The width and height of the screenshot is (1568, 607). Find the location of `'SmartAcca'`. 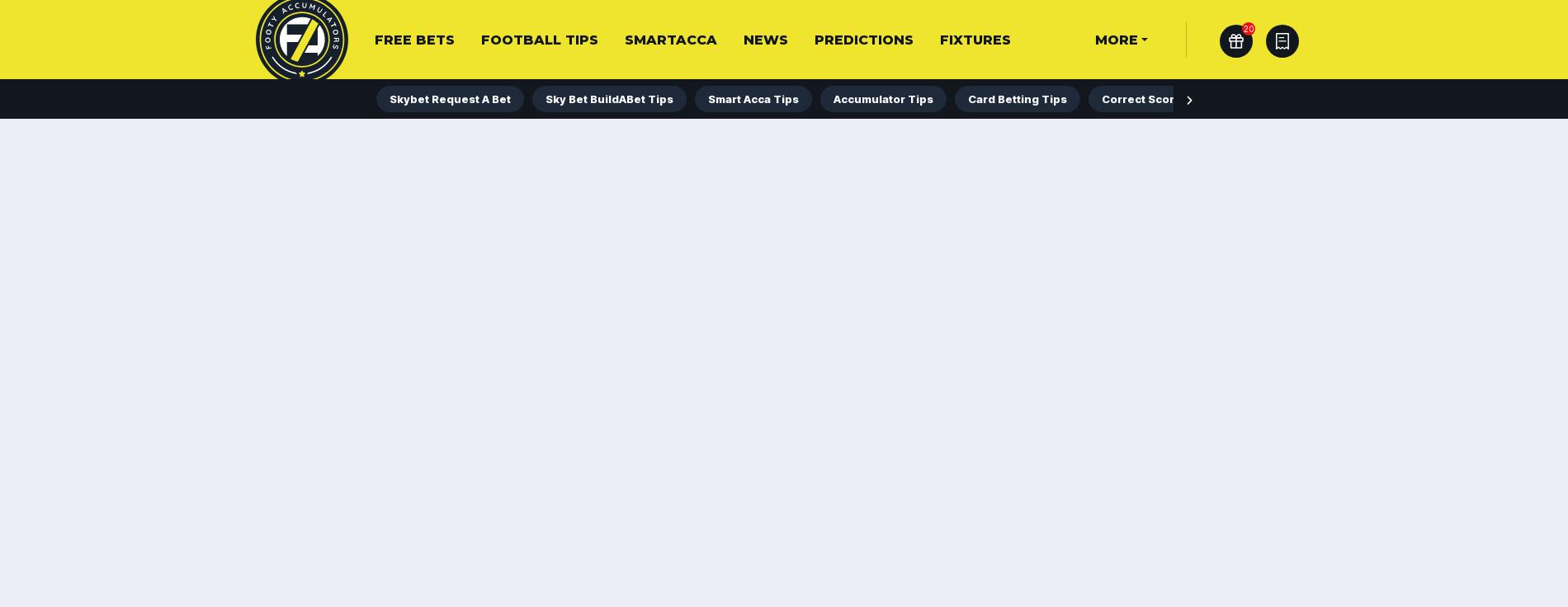

'SmartAcca' is located at coordinates (670, 40).